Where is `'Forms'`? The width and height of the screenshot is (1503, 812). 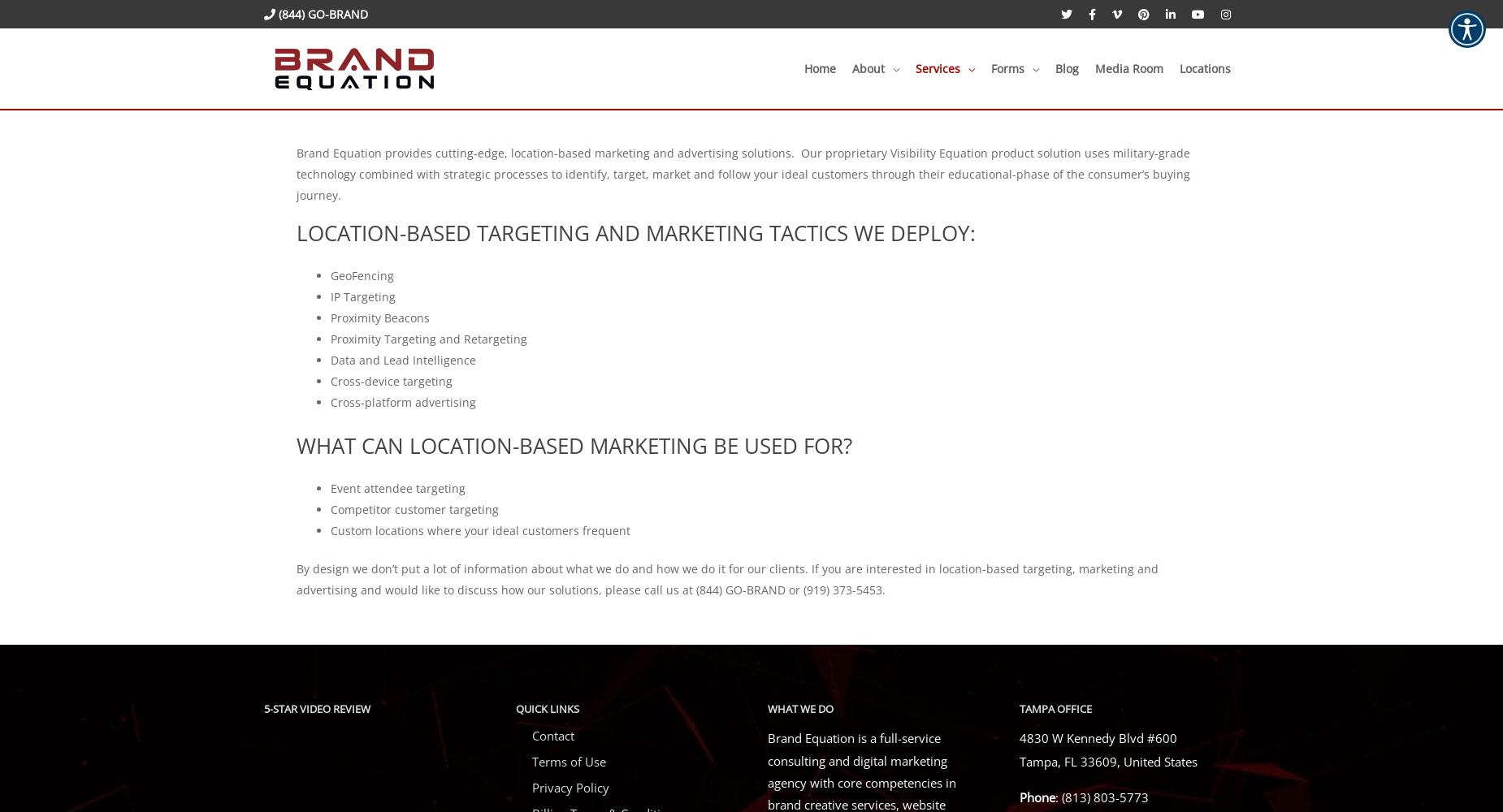 'Forms' is located at coordinates (1007, 67).